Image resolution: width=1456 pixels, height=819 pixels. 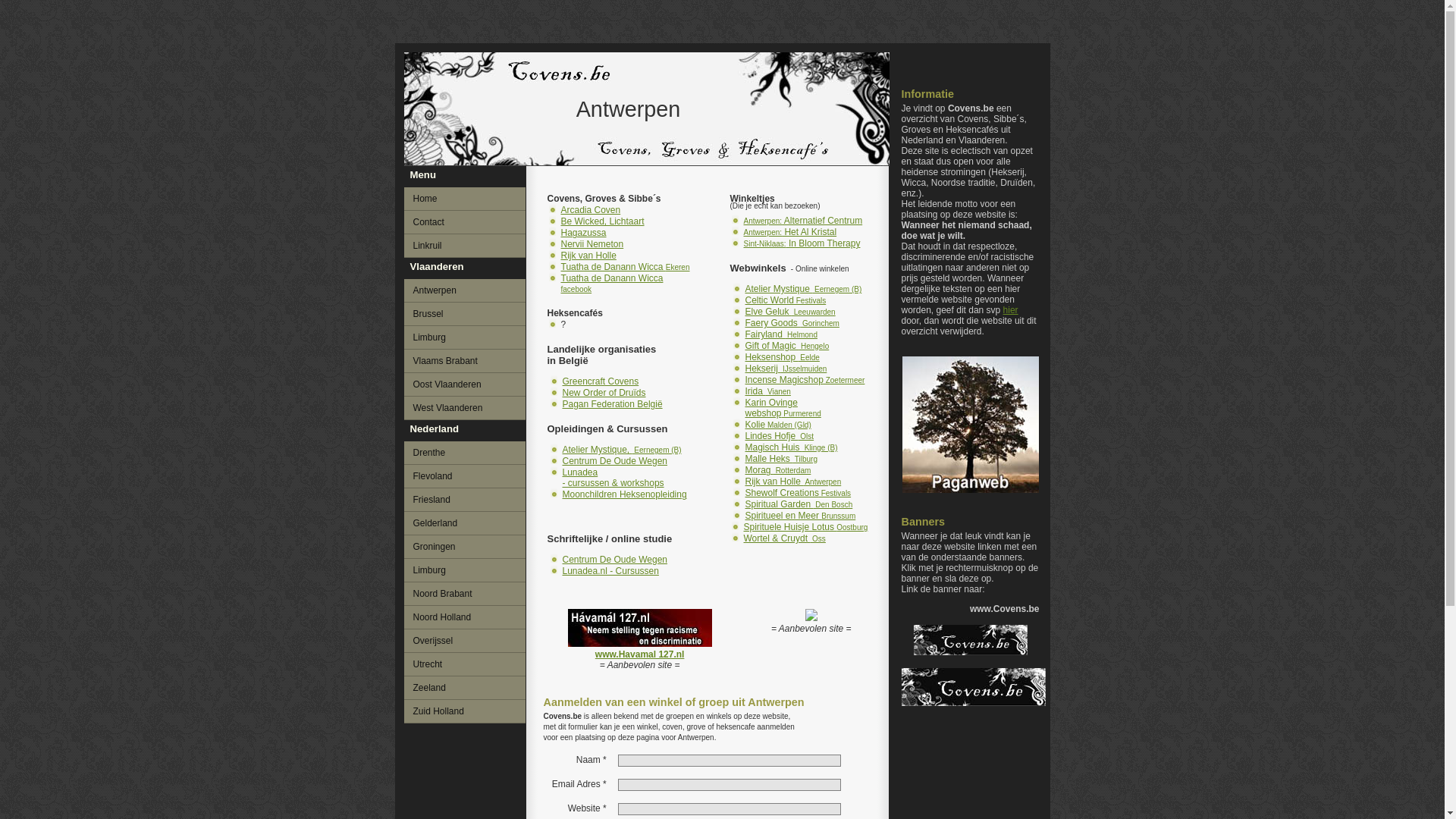 What do you see at coordinates (562, 494) in the screenshot?
I see `'Moonchildren Heksenopleiding'` at bounding box center [562, 494].